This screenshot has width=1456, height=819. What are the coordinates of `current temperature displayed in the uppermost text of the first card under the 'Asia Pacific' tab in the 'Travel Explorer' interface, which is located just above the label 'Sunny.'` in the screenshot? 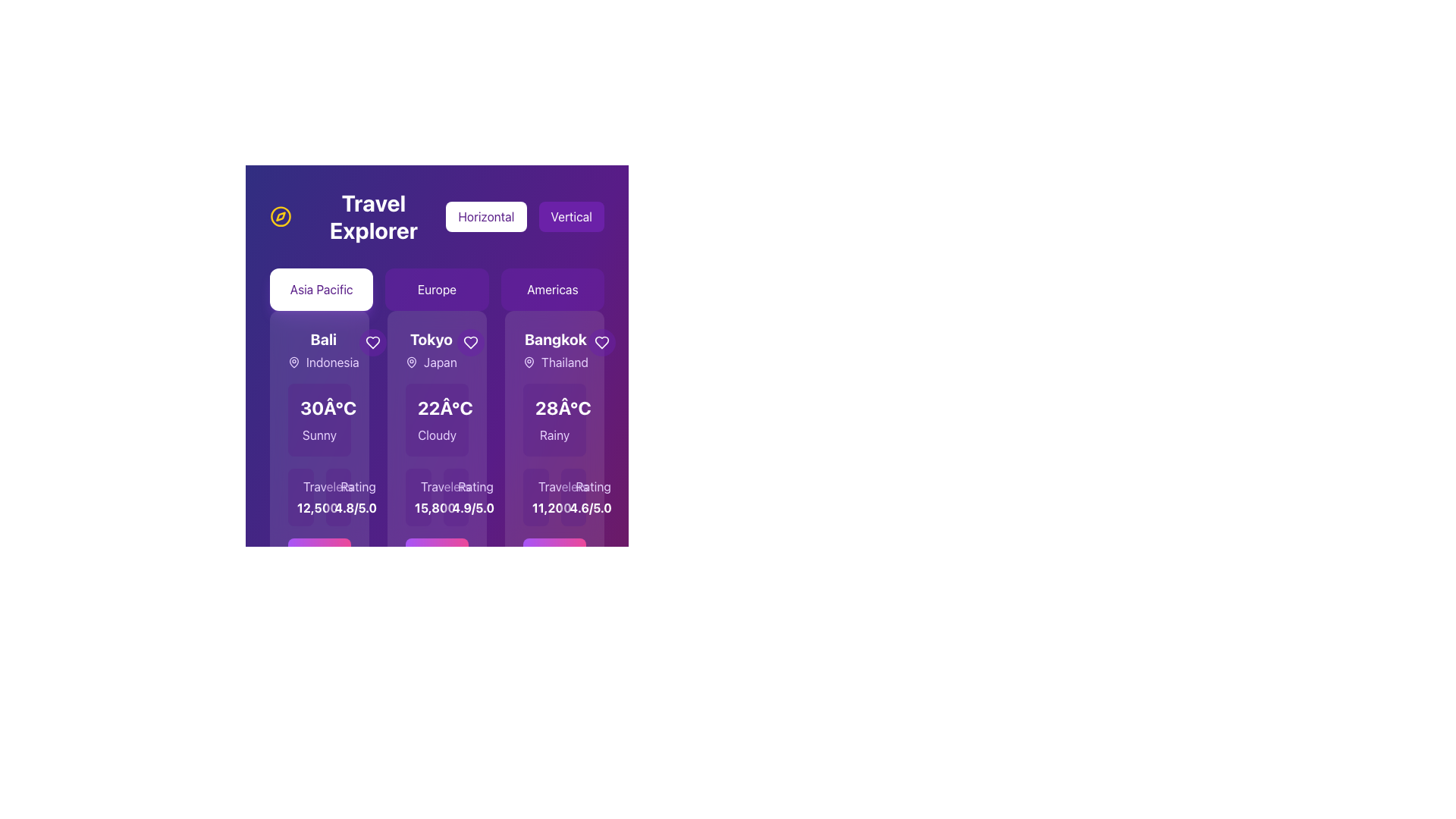 It's located at (318, 406).